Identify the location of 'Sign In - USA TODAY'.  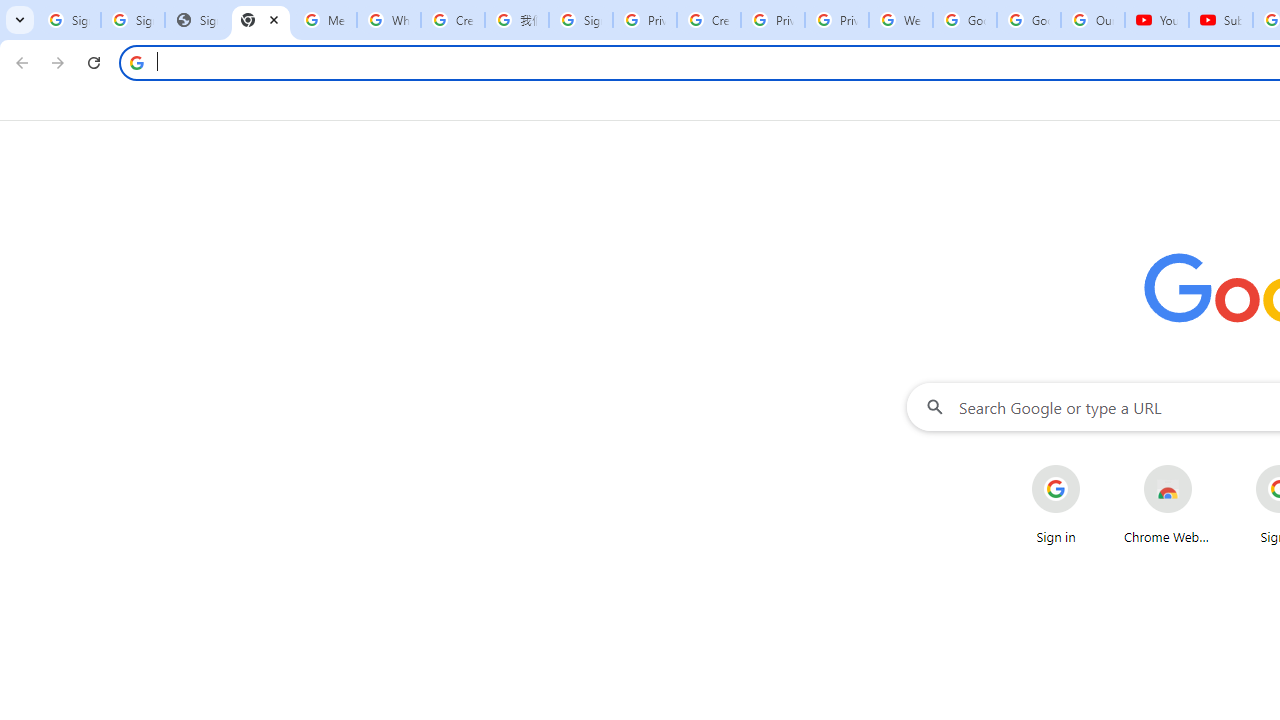
(197, 20).